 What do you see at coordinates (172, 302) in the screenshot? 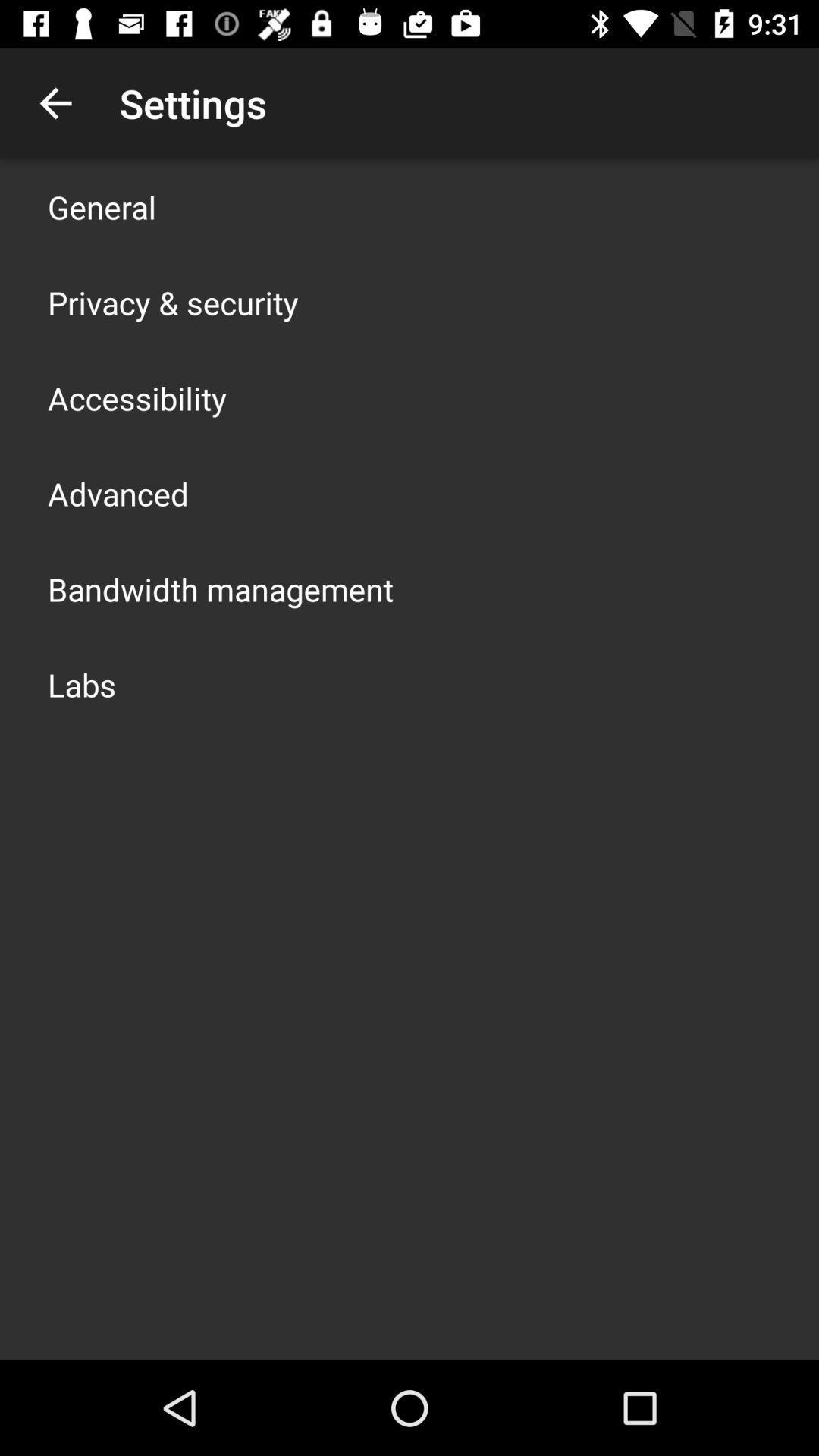
I see `the privacy & security icon` at bounding box center [172, 302].